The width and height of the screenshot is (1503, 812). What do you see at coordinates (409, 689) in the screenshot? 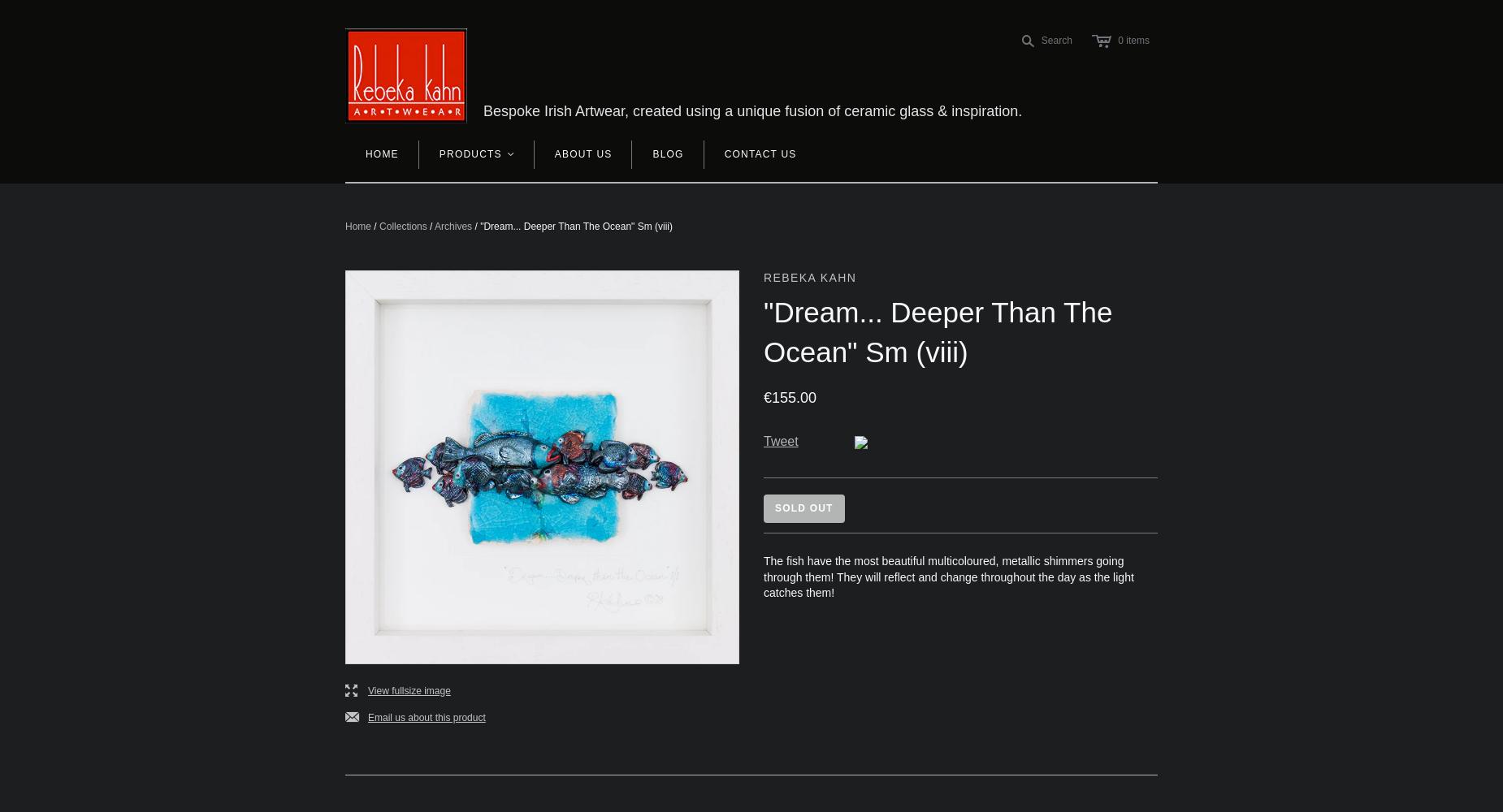
I see `'View fullsize image'` at bounding box center [409, 689].